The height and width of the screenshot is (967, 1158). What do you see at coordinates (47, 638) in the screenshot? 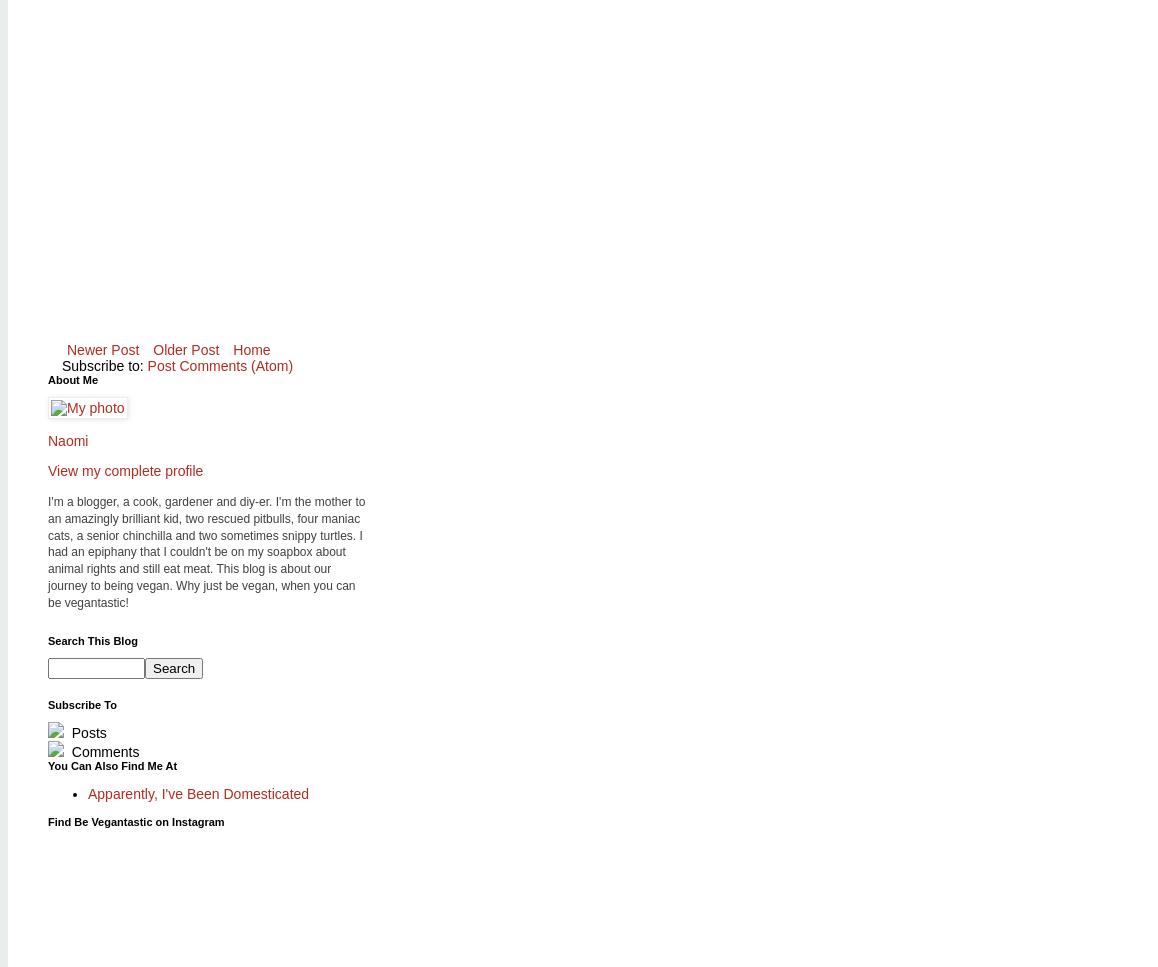
I see `'Search This Blog'` at bounding box center [47, 638].